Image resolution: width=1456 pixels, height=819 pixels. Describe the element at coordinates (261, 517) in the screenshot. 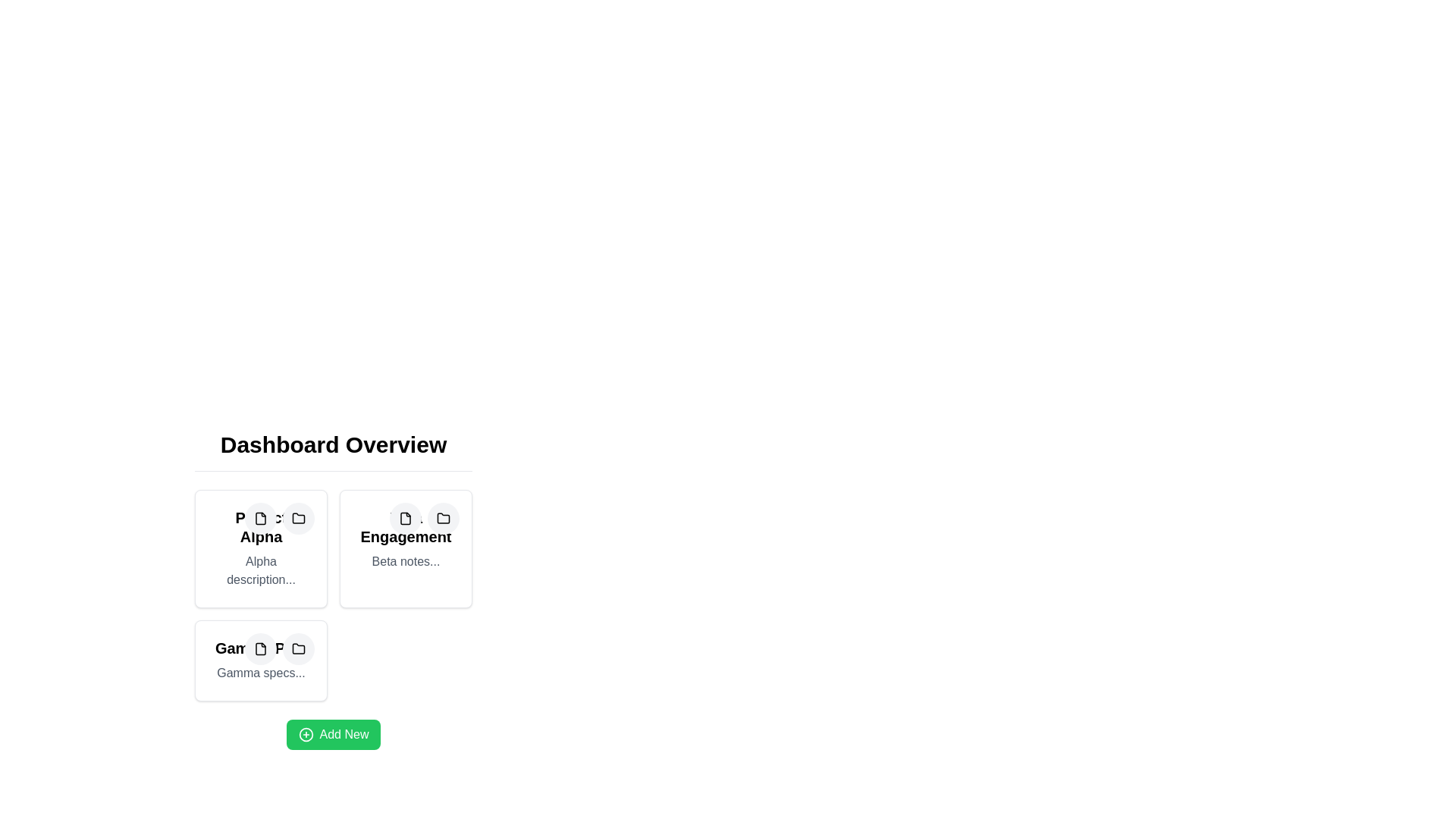

I see `the icon shape resembling a document in the card labeled 'Alpha' located in the first row and first column under the 'Dashboard Overview' section` at that location.